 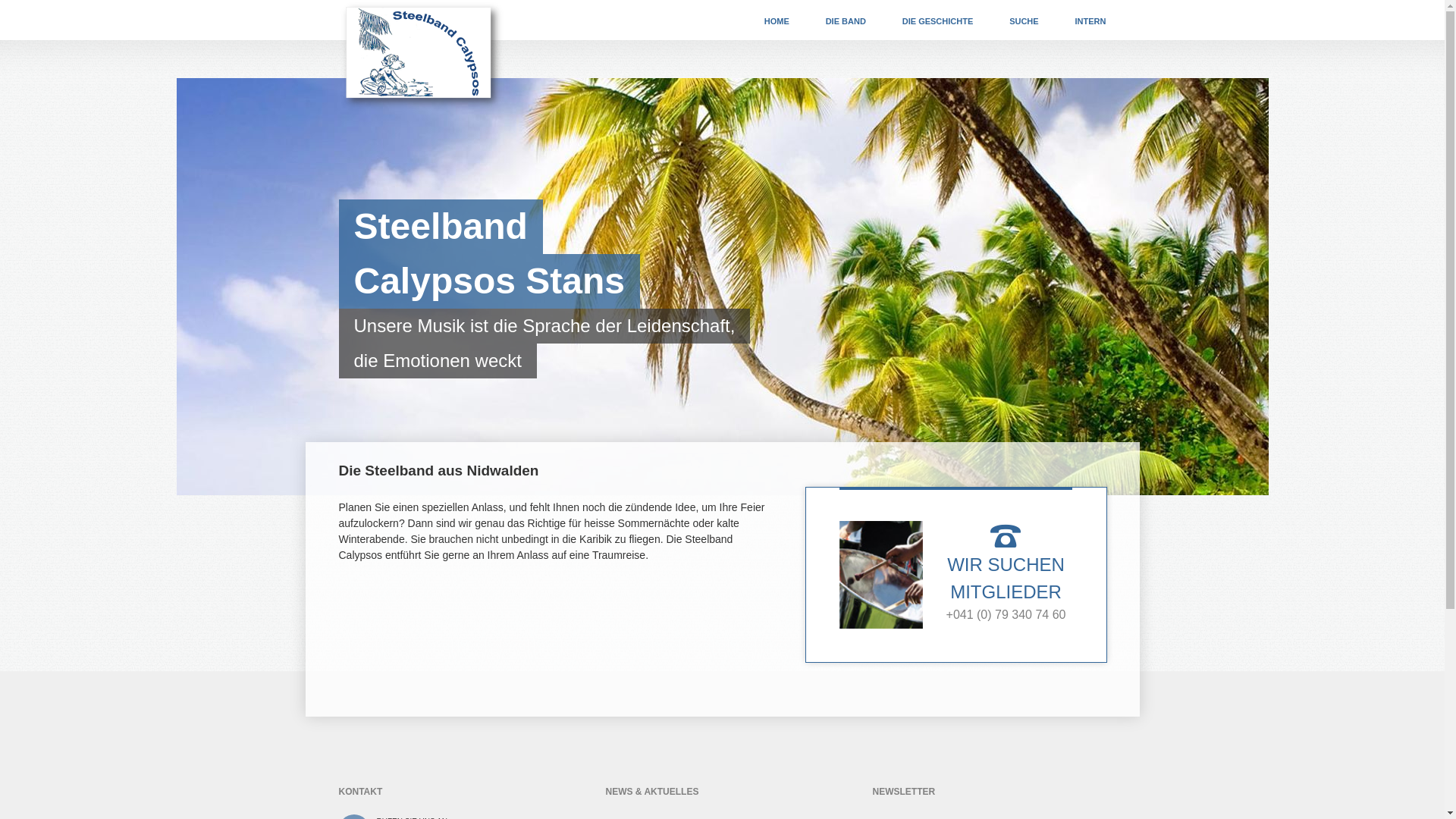 I want to click on 'HOME', so click(x=777, y=20).